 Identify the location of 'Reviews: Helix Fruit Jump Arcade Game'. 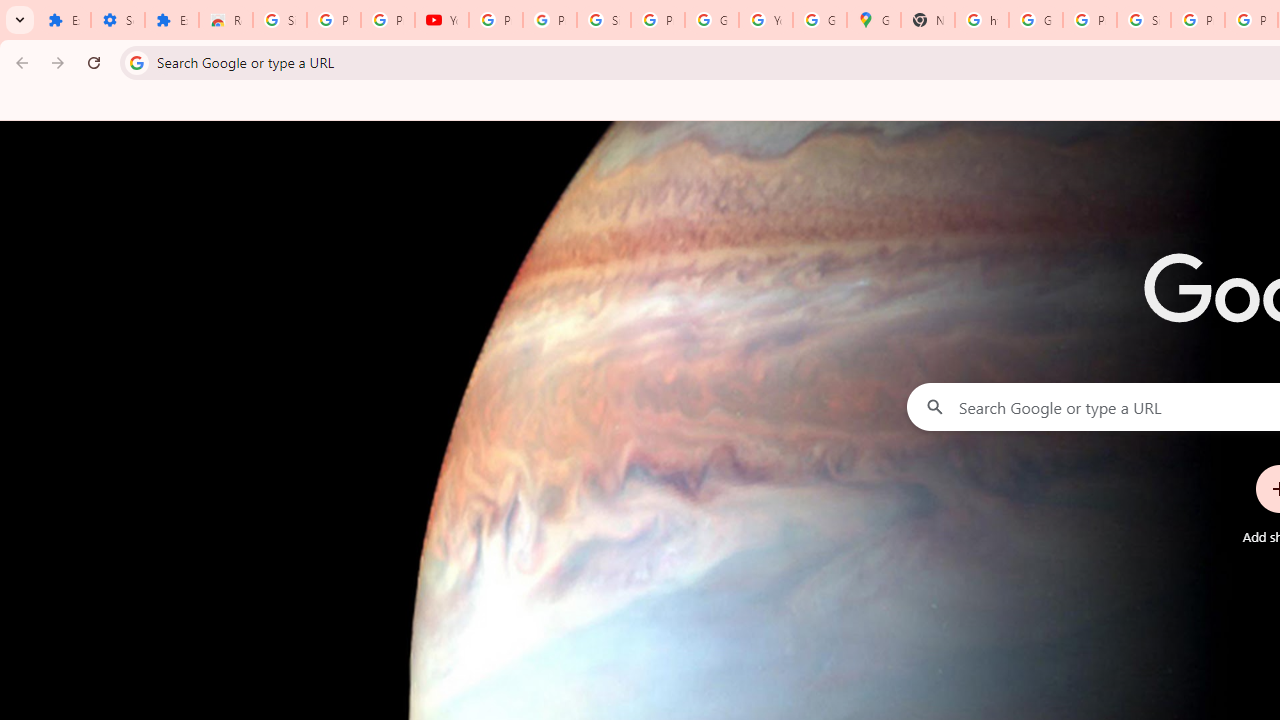
(225, 20).